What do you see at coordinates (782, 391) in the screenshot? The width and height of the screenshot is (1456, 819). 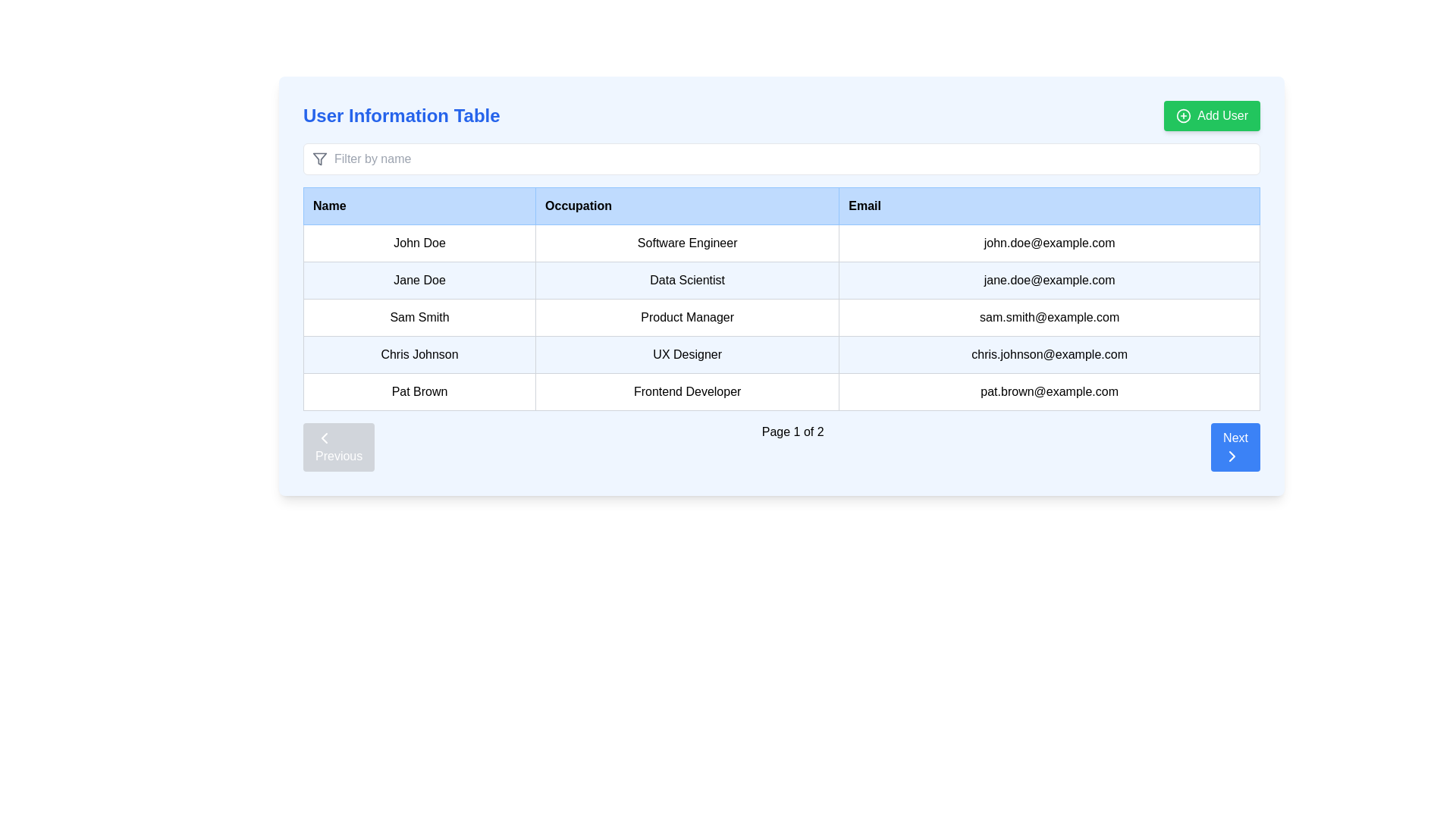 I see `the last row in the table that displays user information, specifically the fifth row overall` at bounding box center [782, 391].